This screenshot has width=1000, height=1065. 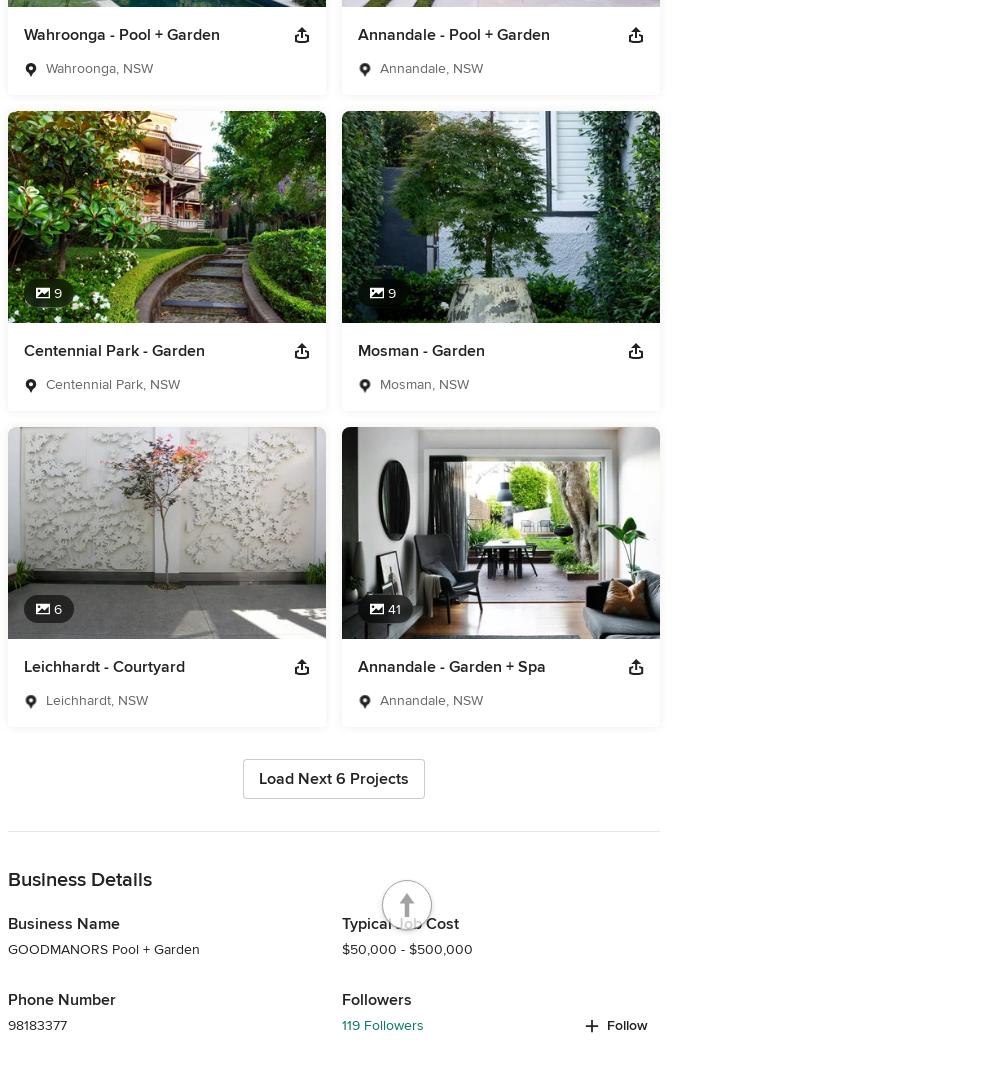 I want to click on 'Mosman - Garden', so click(x=421, y=350).